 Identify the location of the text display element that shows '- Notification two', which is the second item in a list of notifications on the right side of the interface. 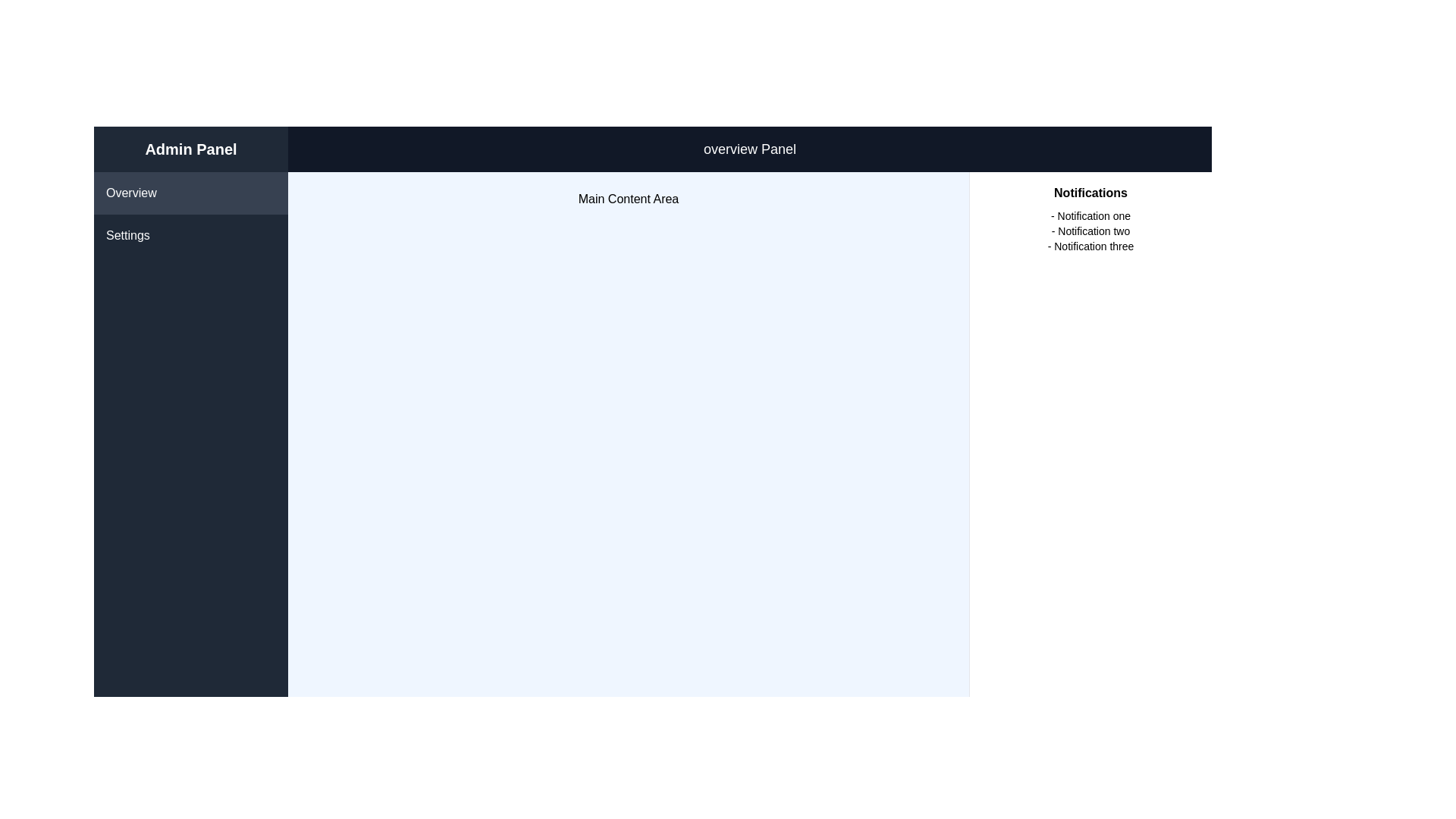
(1090, 231).